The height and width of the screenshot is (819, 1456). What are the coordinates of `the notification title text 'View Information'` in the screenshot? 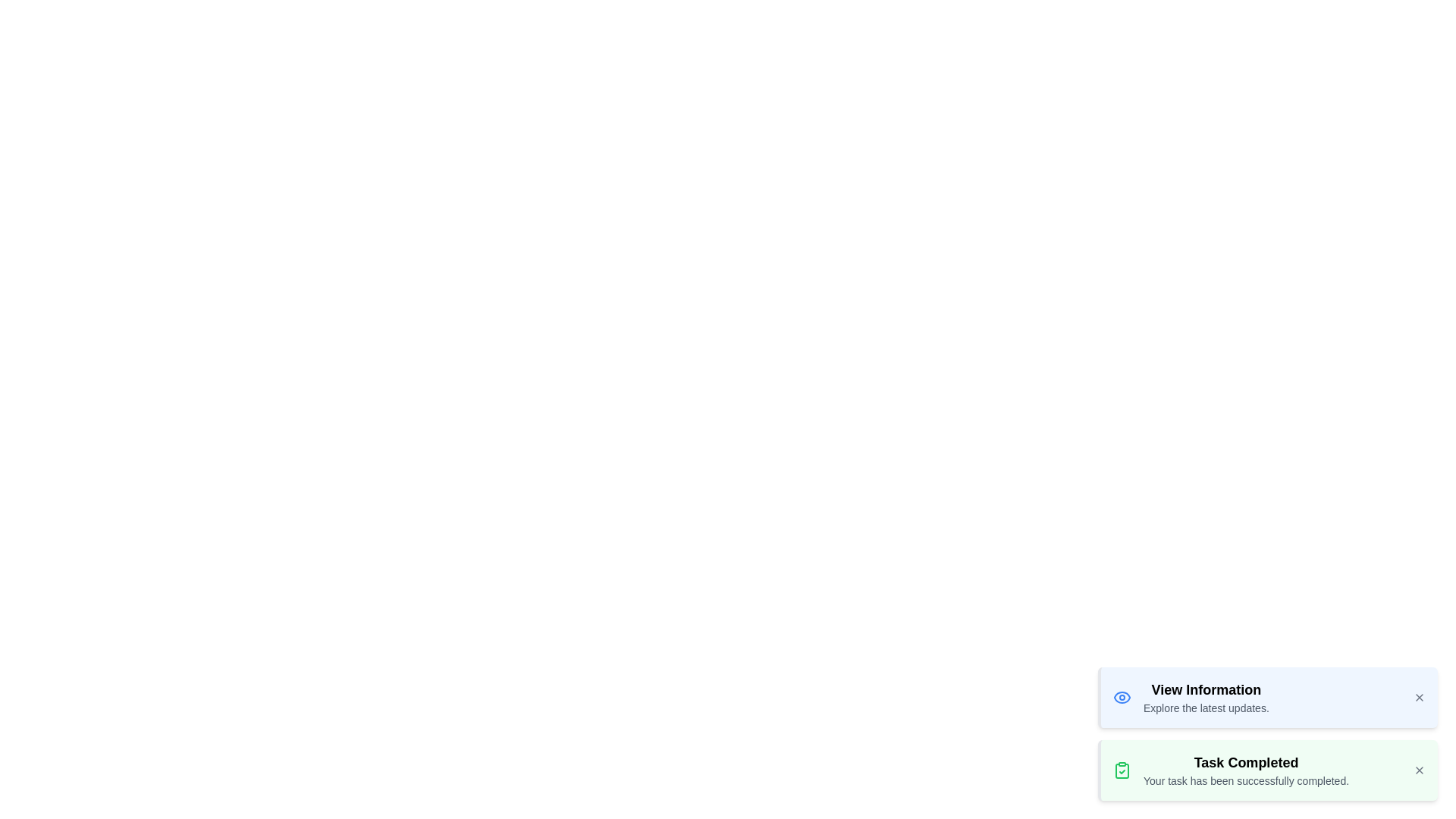 It's located at (1205, 690).